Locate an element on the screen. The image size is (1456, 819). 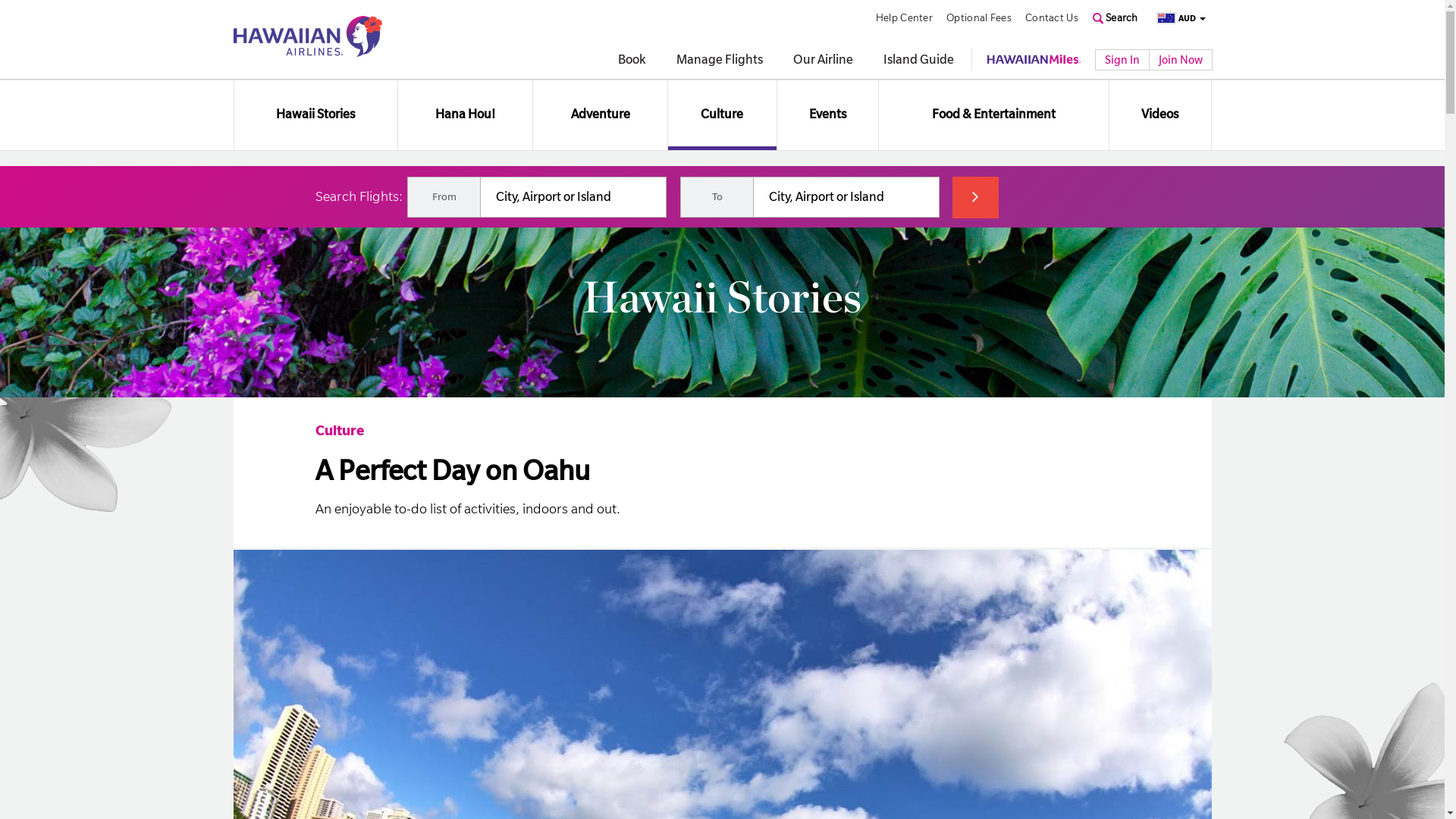
'Optional Fees' is located at coordinates (979, 17).